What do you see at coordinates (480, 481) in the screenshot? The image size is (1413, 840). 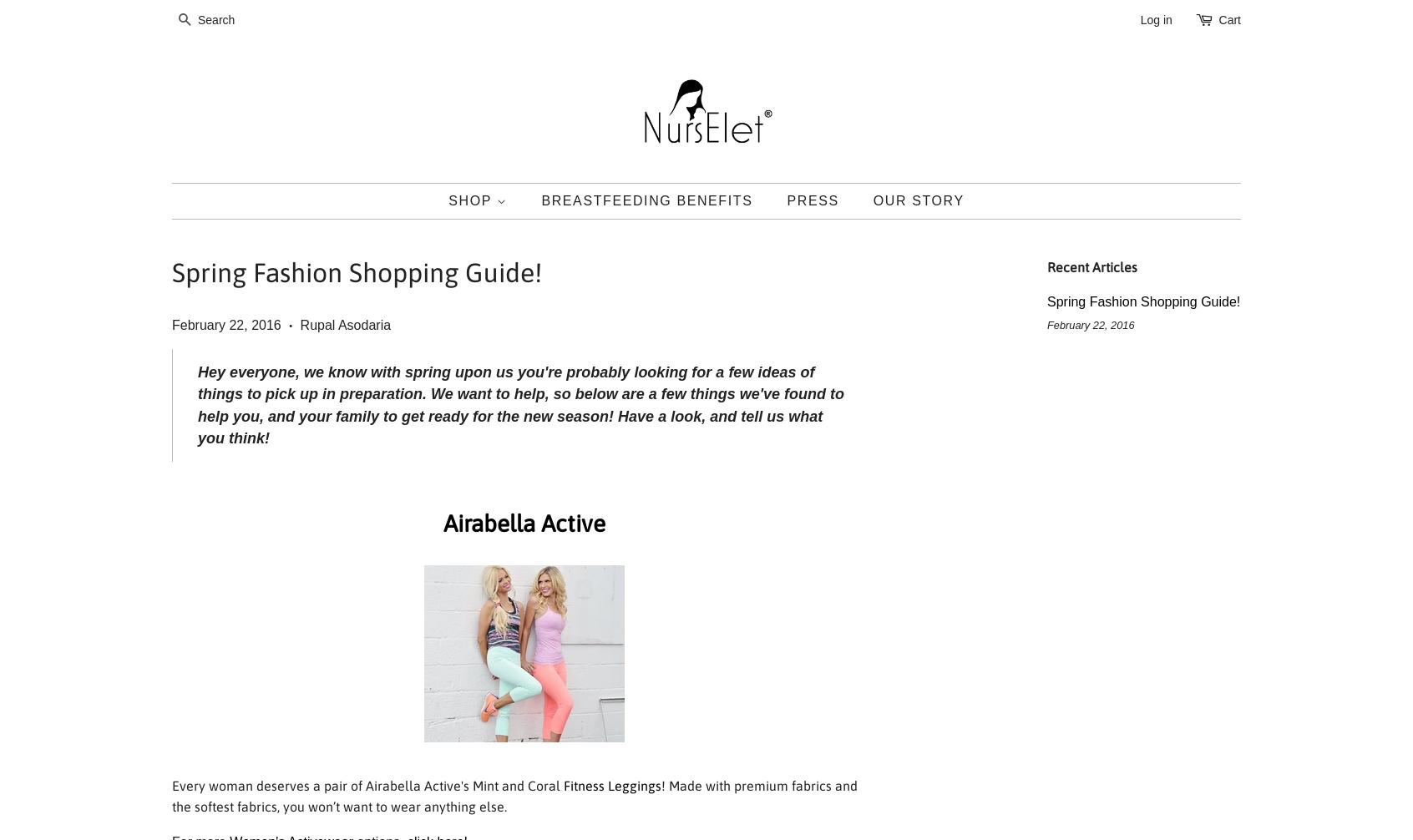 I see `'WALL ART'` at bounding box center [480, 481].